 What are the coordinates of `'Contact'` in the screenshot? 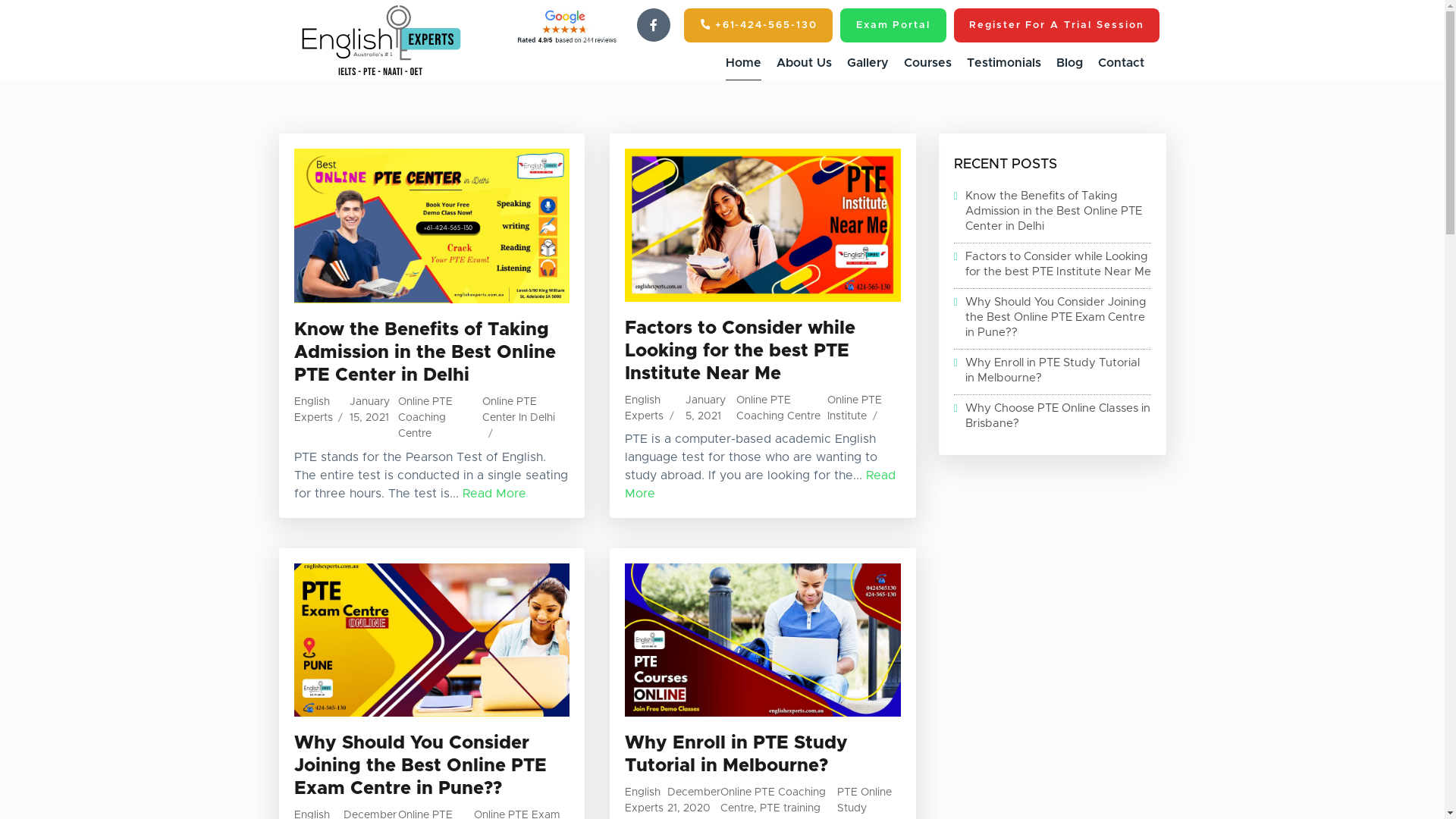 It's located at (1121, 62).